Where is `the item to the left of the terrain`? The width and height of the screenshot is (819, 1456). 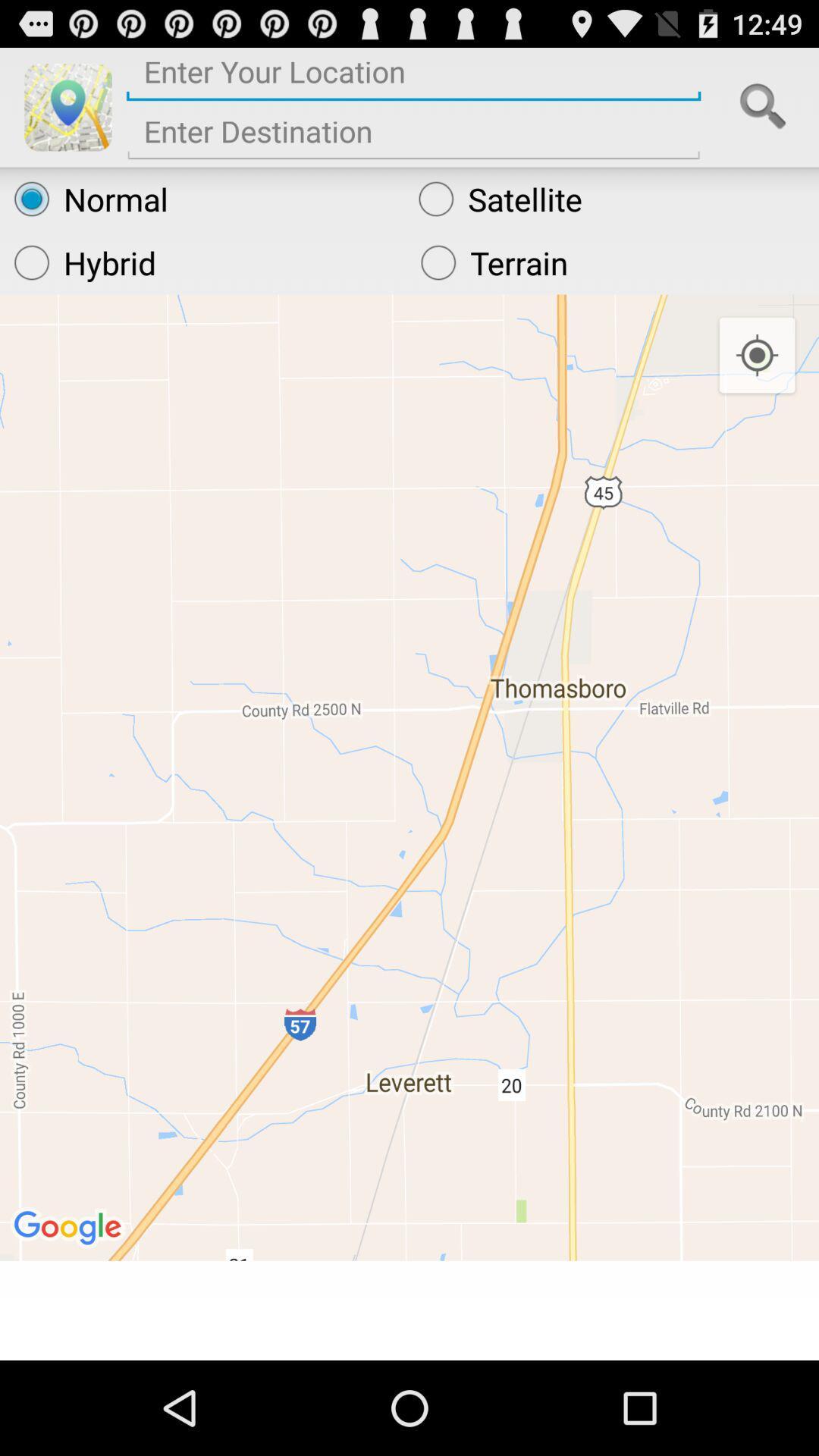 the item to the left of the terrain is located at coordinates (202, 262).